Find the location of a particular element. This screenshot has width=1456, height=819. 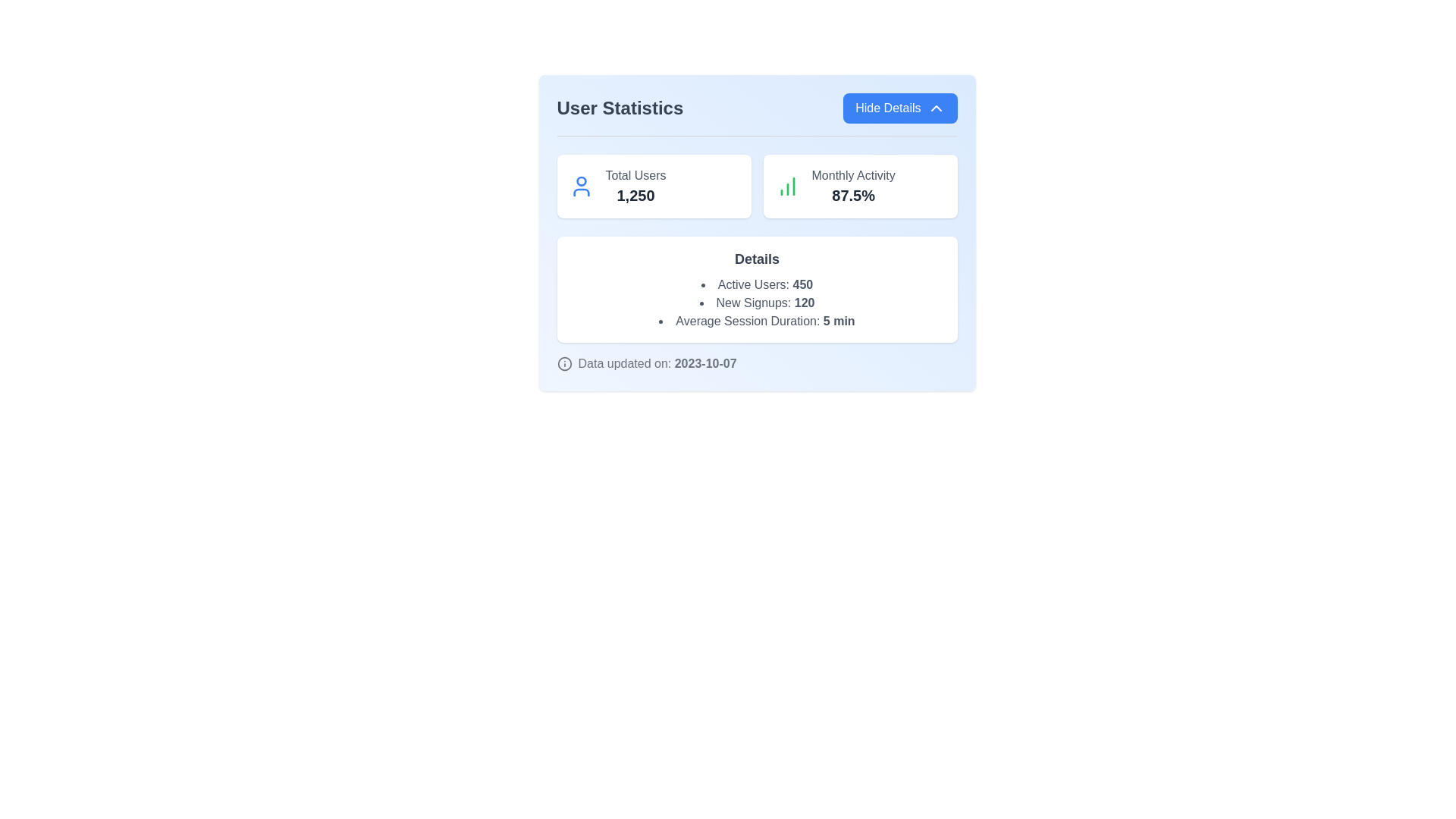

the text label that indicates the context for the '87.5%' statistic located in the upper-right portion of the statistics panel is located at coordinates (853, 174).